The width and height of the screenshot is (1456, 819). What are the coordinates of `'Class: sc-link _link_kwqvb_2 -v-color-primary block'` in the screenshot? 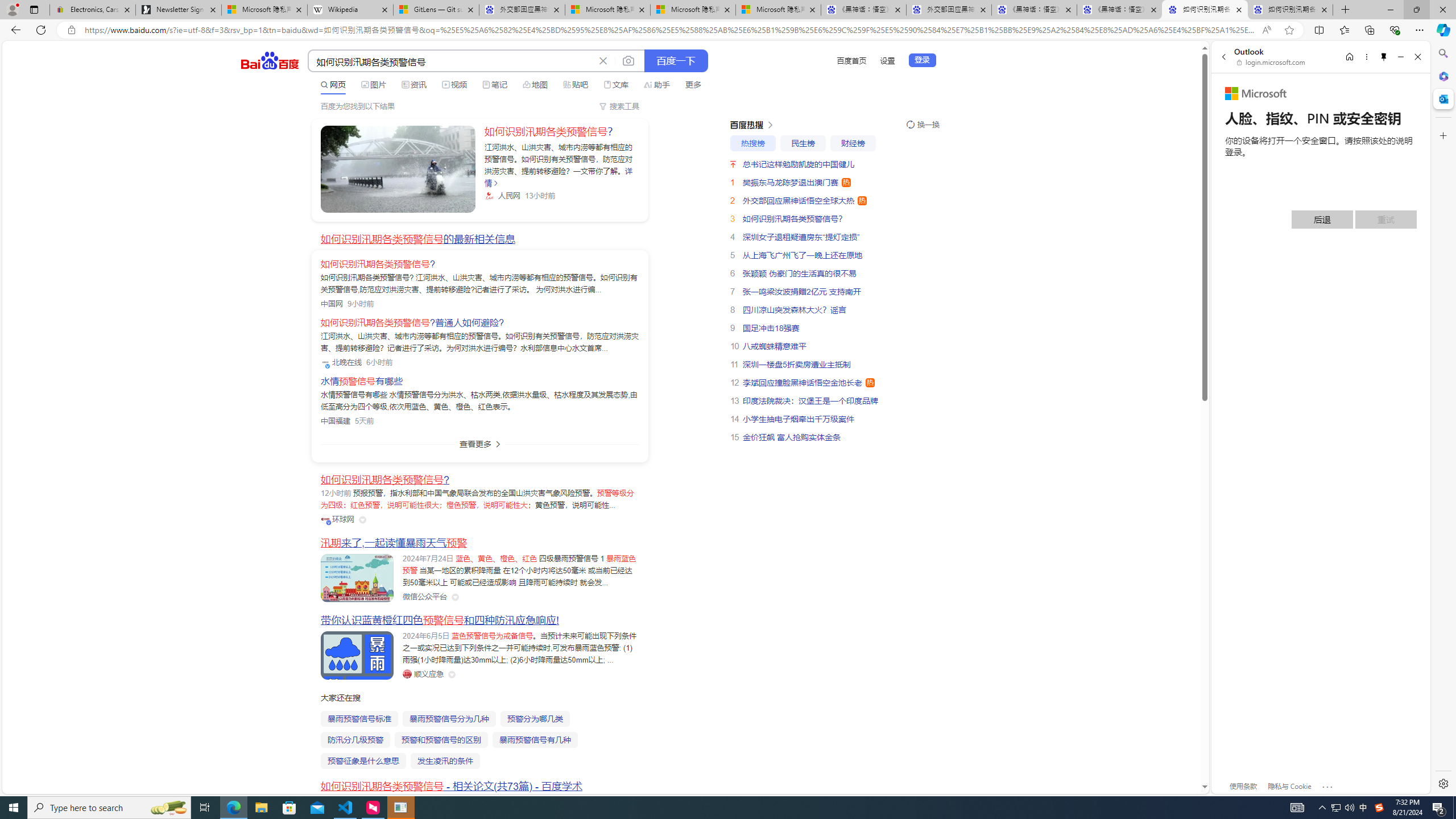 It's located at (398, 168).